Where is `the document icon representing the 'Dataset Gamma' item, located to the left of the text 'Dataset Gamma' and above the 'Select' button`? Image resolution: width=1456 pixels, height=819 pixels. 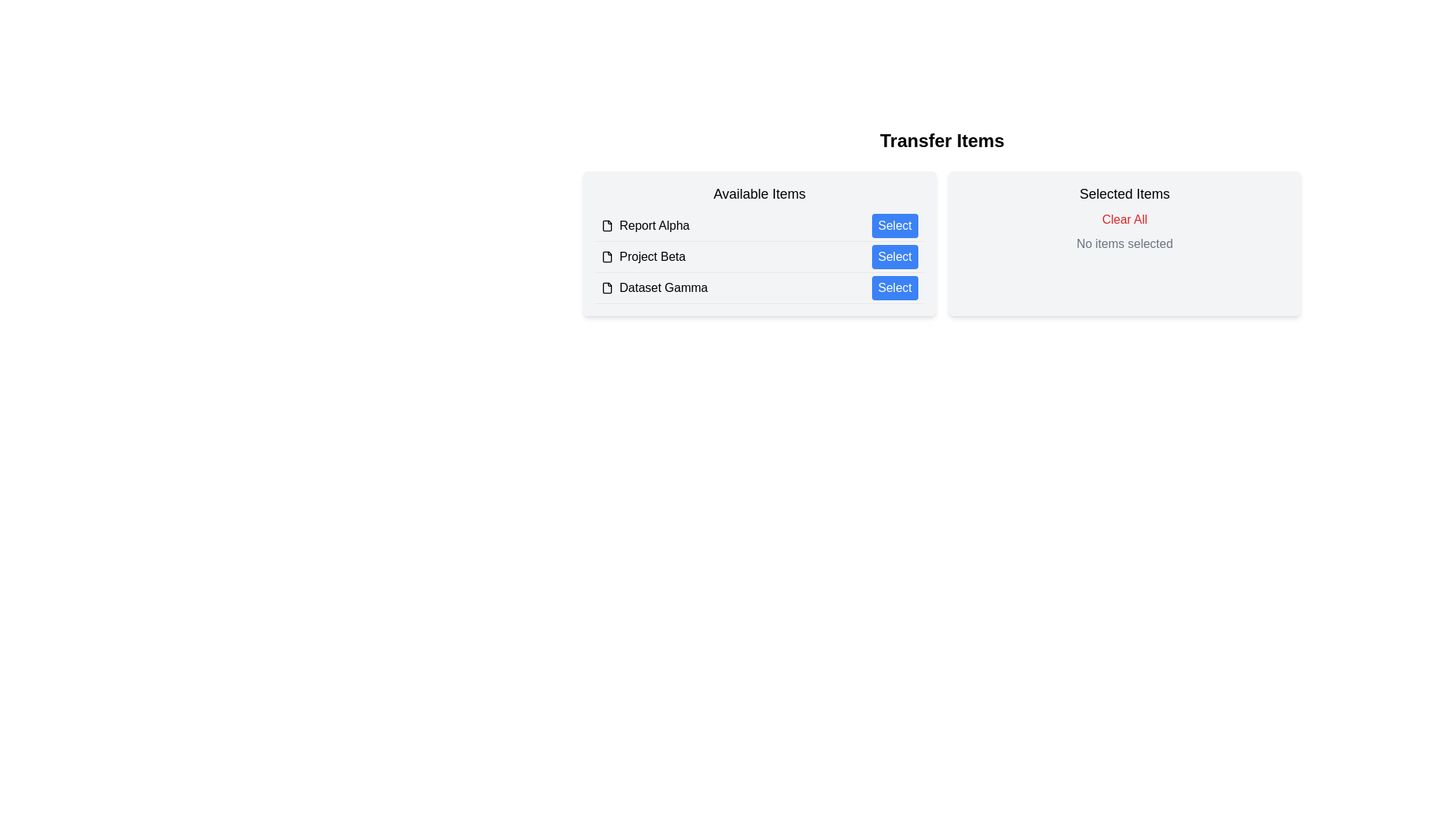 the document icon representing the 'Dataset Gamma' item, located to the left of the text 'Dataset Gamma' and above the 'Select' button is located at coordinates (607, 288).